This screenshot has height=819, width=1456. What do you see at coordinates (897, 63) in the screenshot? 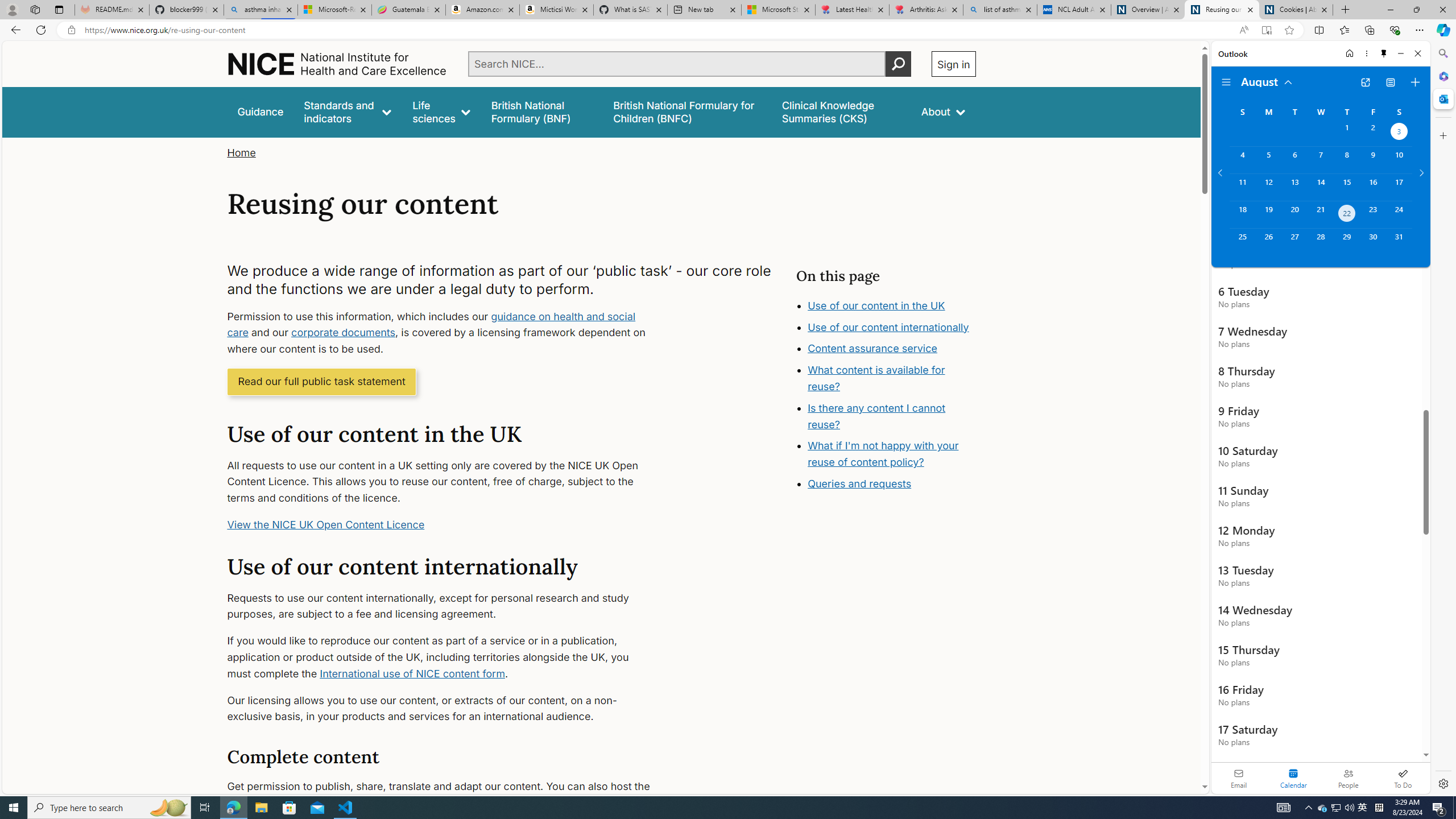
I see `'Perform search'` at bounding box center [897, 63].